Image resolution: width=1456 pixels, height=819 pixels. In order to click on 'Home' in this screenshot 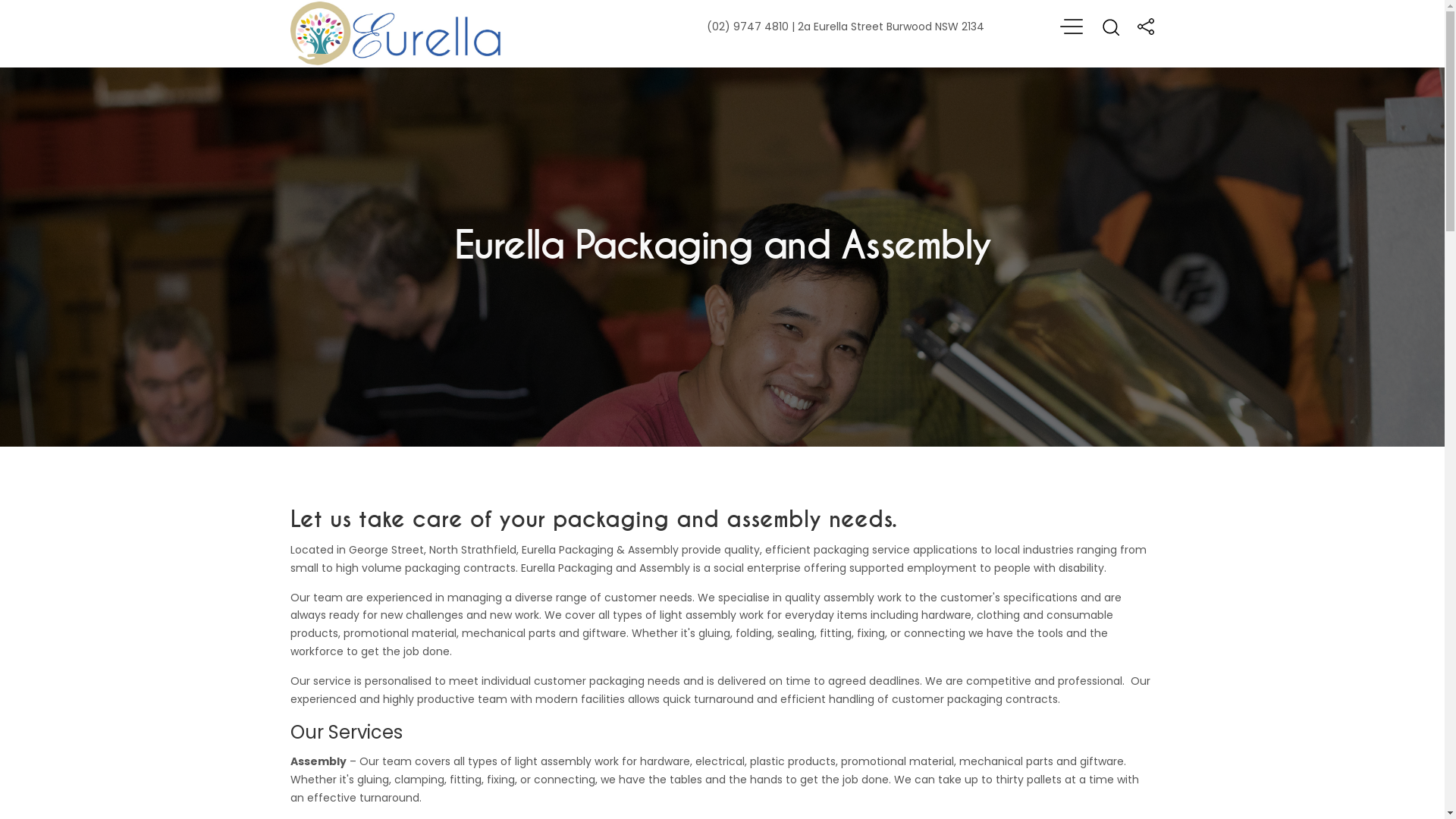, I will do `click(290, 33)`.